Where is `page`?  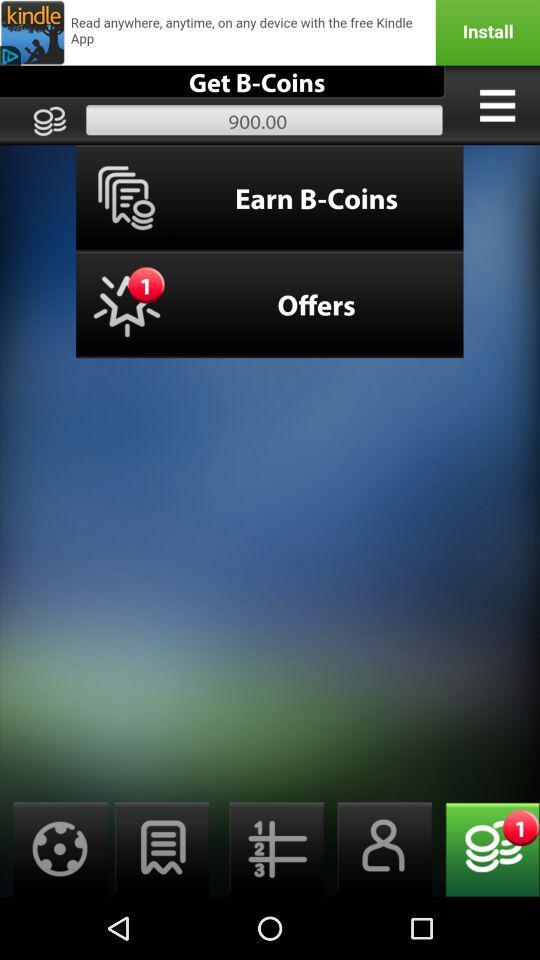 page is located at coordinates (161, 848).